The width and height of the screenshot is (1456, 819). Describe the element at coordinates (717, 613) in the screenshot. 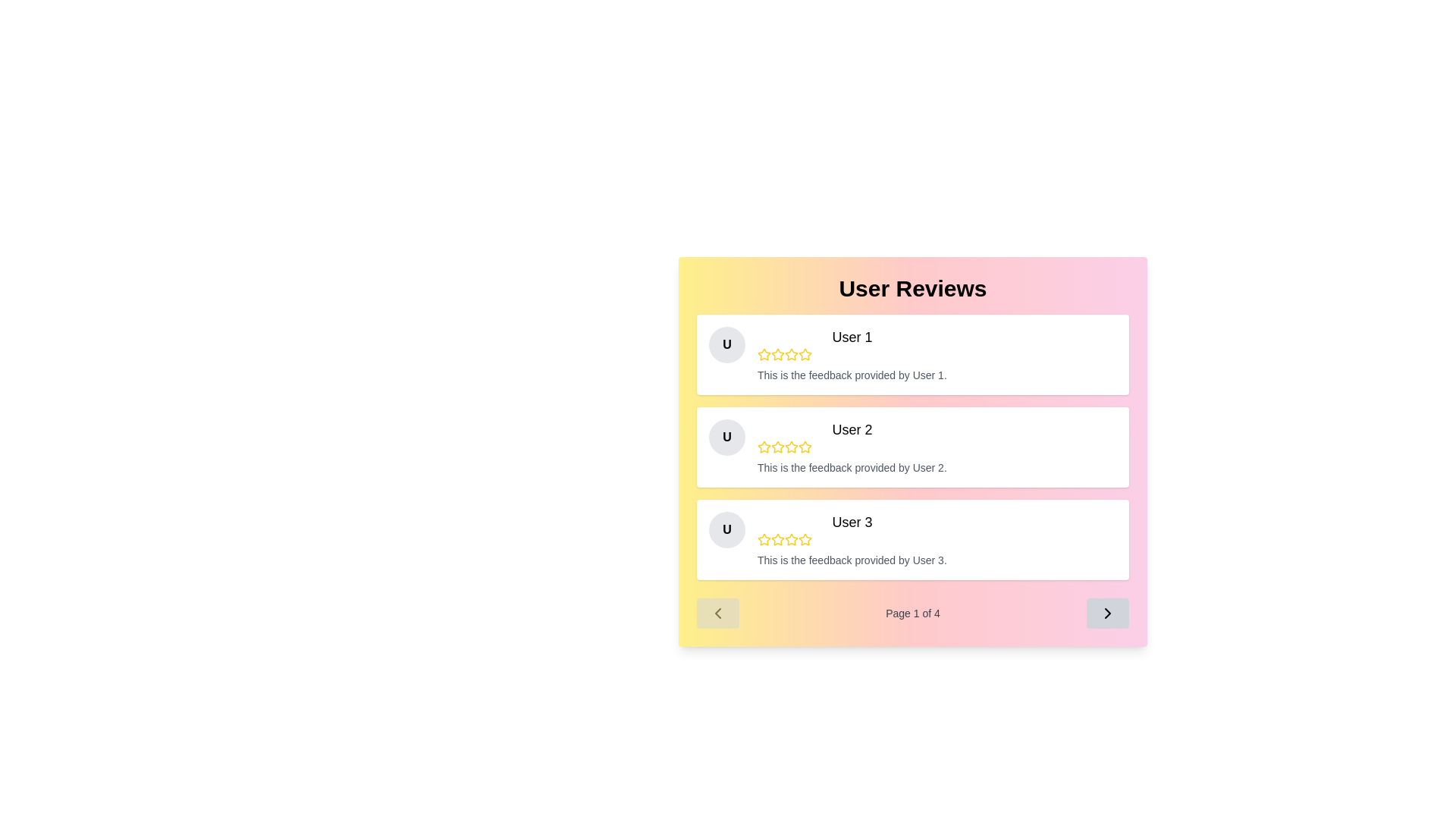

I see `the leftward-pointing chevron icon within the gray button` at that location.